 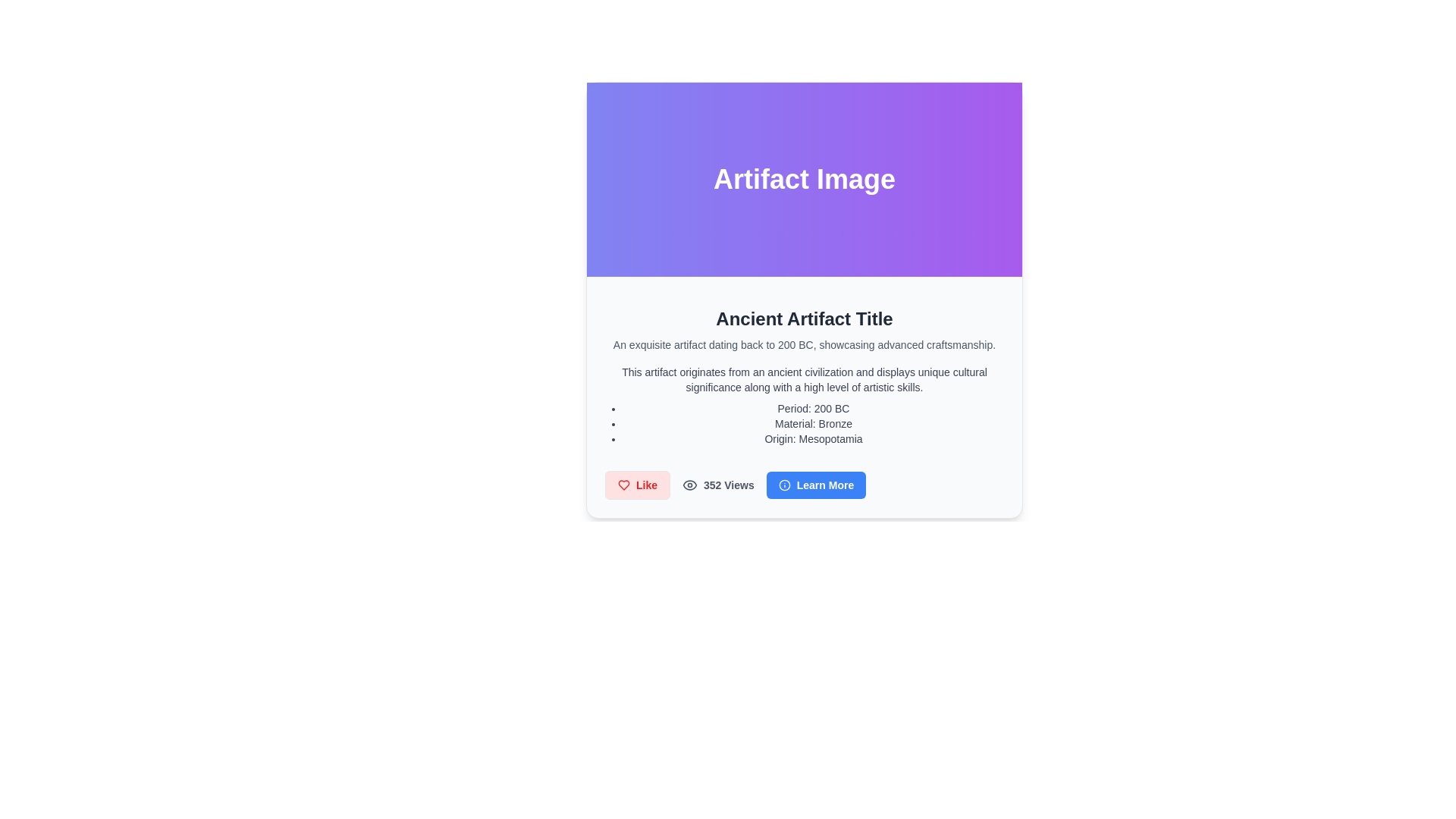 What do you see at coordinates (813, 424) in the screenshot?
I see `the text label displaying 'Material: Bronze', which is the second bullet point in the artifact details list, located below 'Period: 200 BC'` at bounding box center [813, 424].